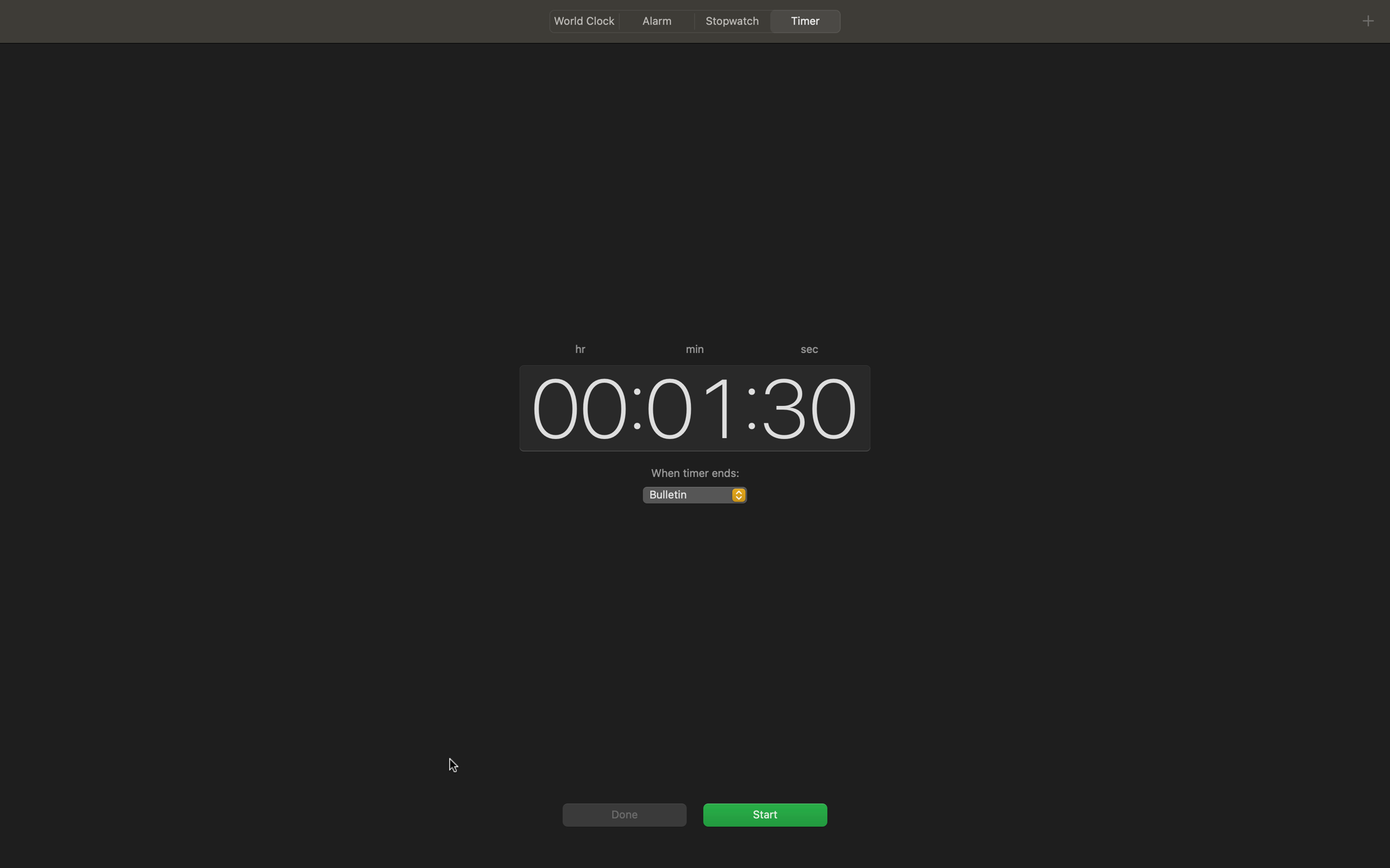 The width and height of the screenshot is (1390, 868). I want to click on Increase the time in seconds by ten units, so click(810, 405).